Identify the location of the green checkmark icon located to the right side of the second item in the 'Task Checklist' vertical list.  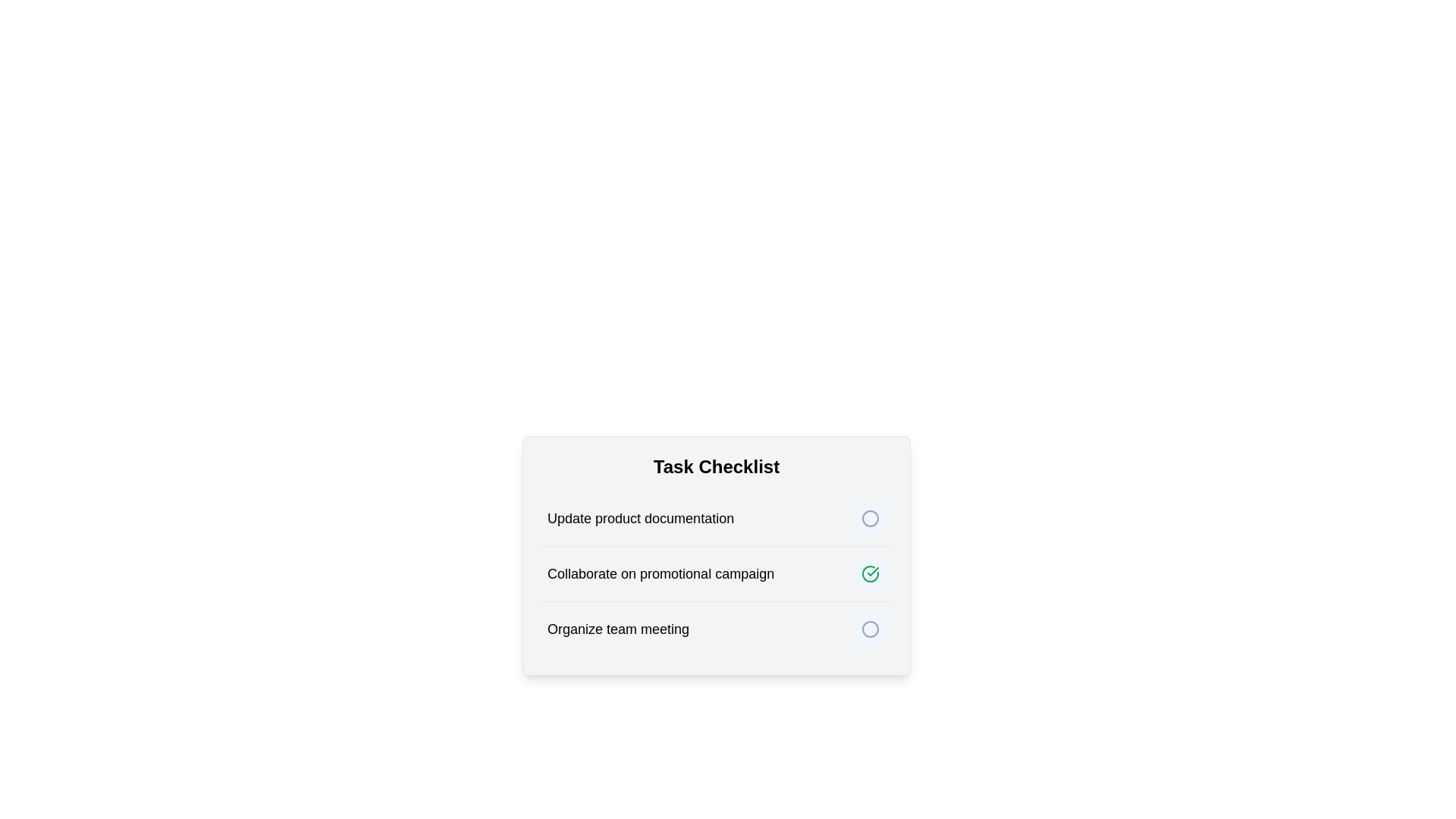
(873, 571).